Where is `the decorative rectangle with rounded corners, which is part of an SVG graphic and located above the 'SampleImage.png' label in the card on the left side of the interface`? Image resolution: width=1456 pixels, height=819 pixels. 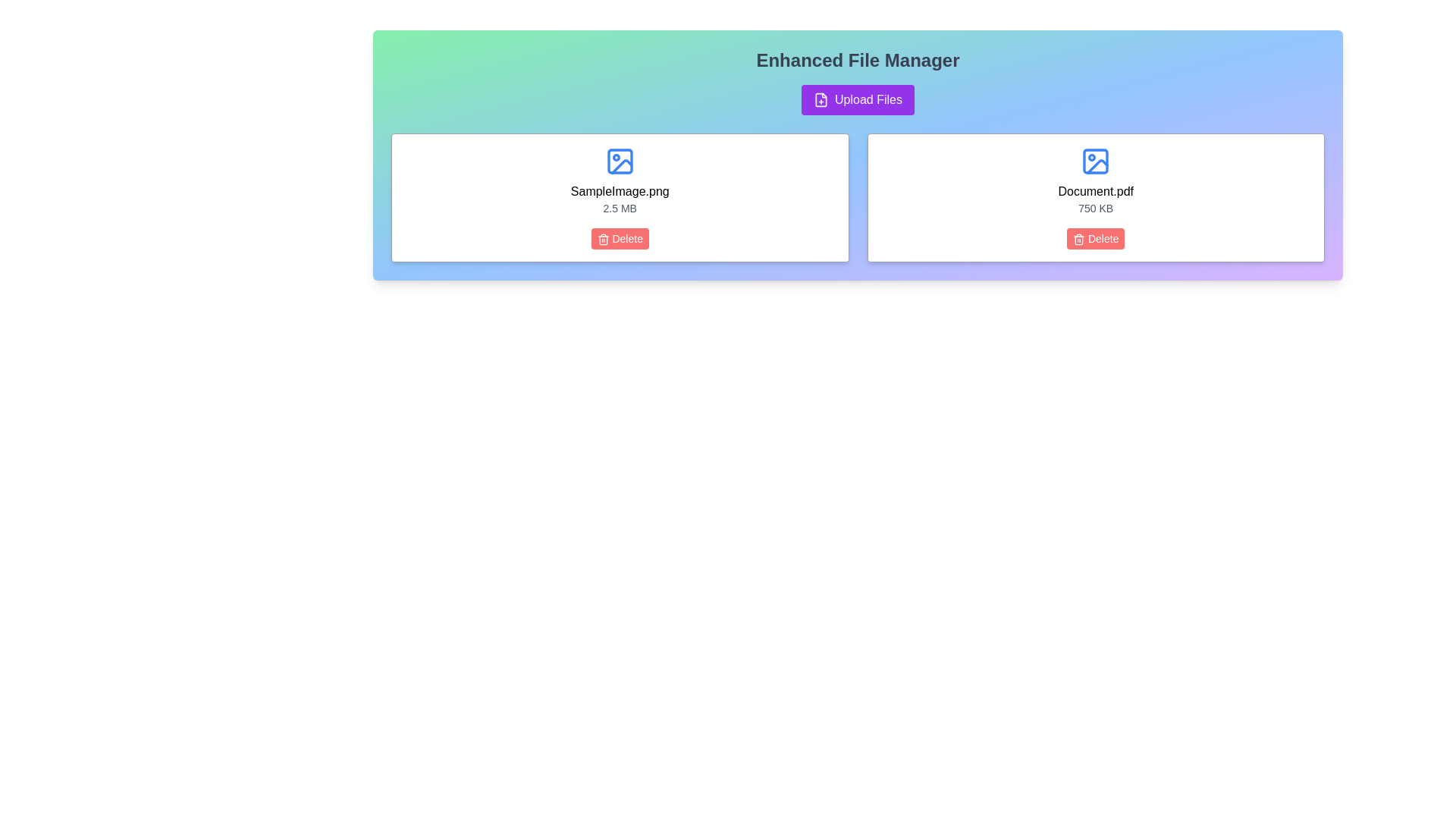
the decorative rectangle with rounded corners, which is part of an SVG graphic and located above the 'SampleImage.png' label in the card on the left side of the interface is located at coordinates (620, 161).